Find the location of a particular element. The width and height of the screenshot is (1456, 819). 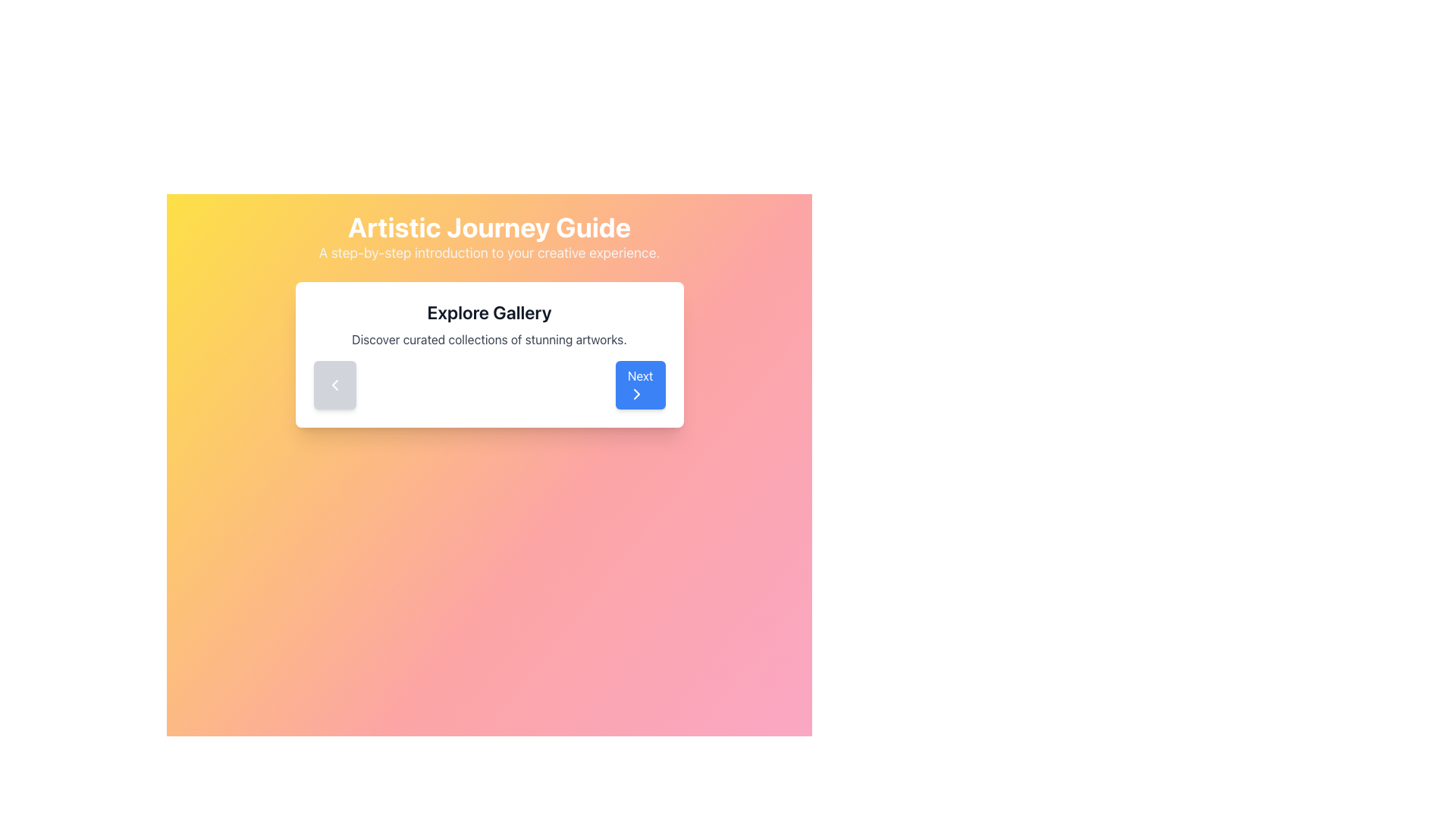

the right-pointing chevron icon located within the blue 'Next' button on the right side of a white card to proceed is located at coordinates (636, 394).